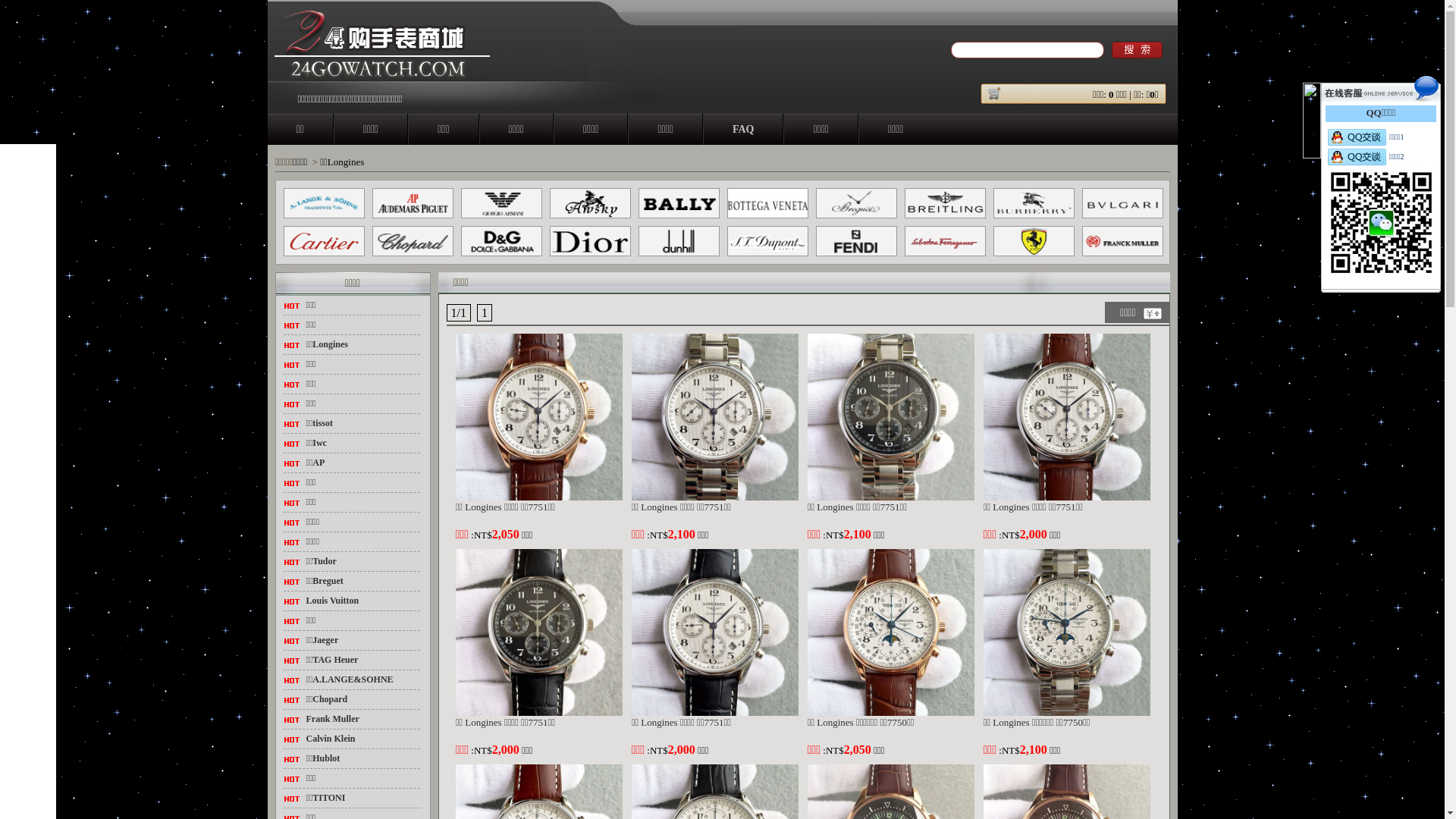 The image size is (1456, 819). What do you see at coordinates (743, 128) in the screenshot?
I see `'FAQ'` at bounding box center [743, 128].